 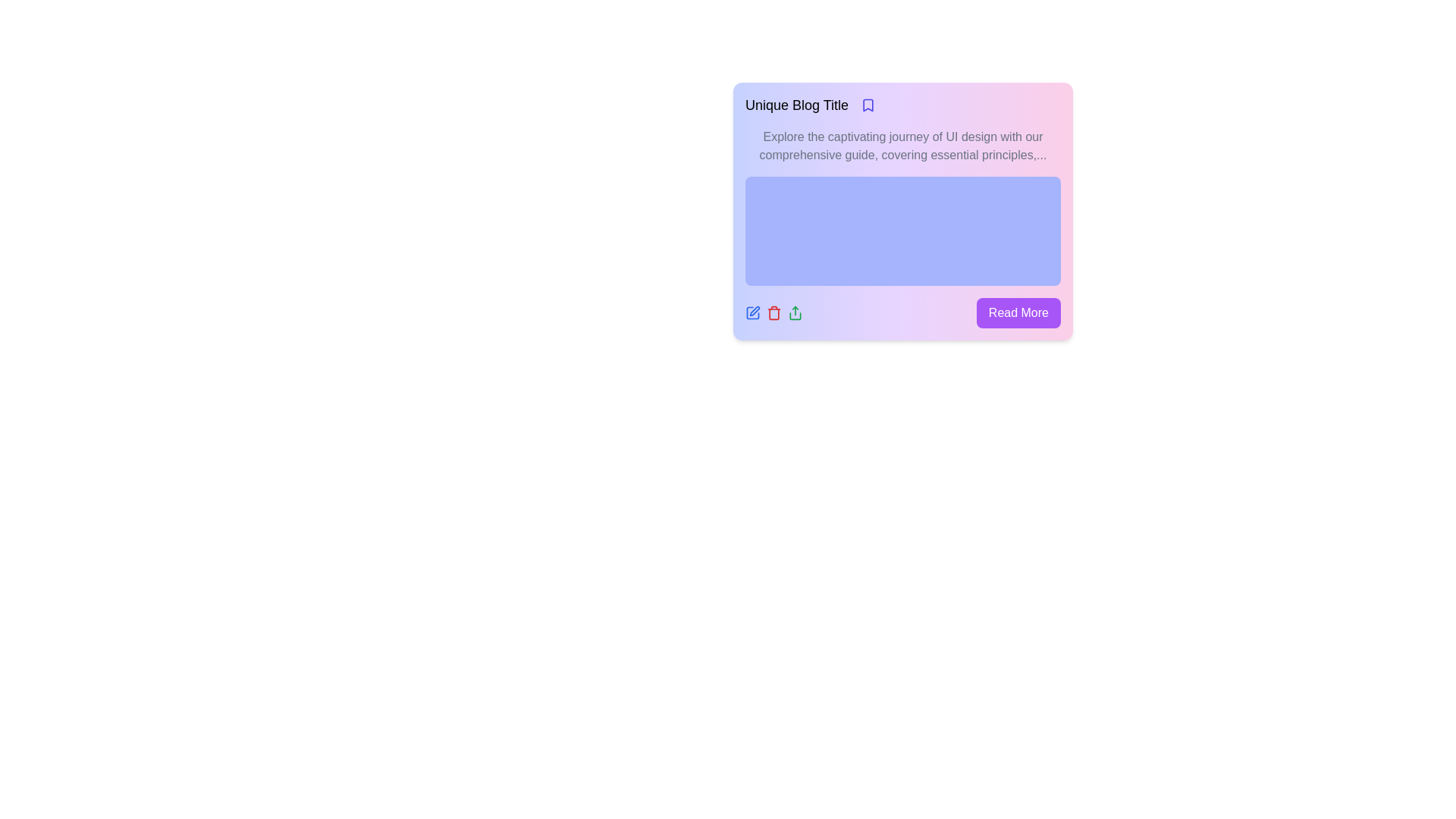 What do you see at coordinates (753, 312) in the screenshot?
I see `the edit icon, which is an outlined square with a stylized pen overlay, located at the bottom left corner of the card component` at bounding box center [753, 312].